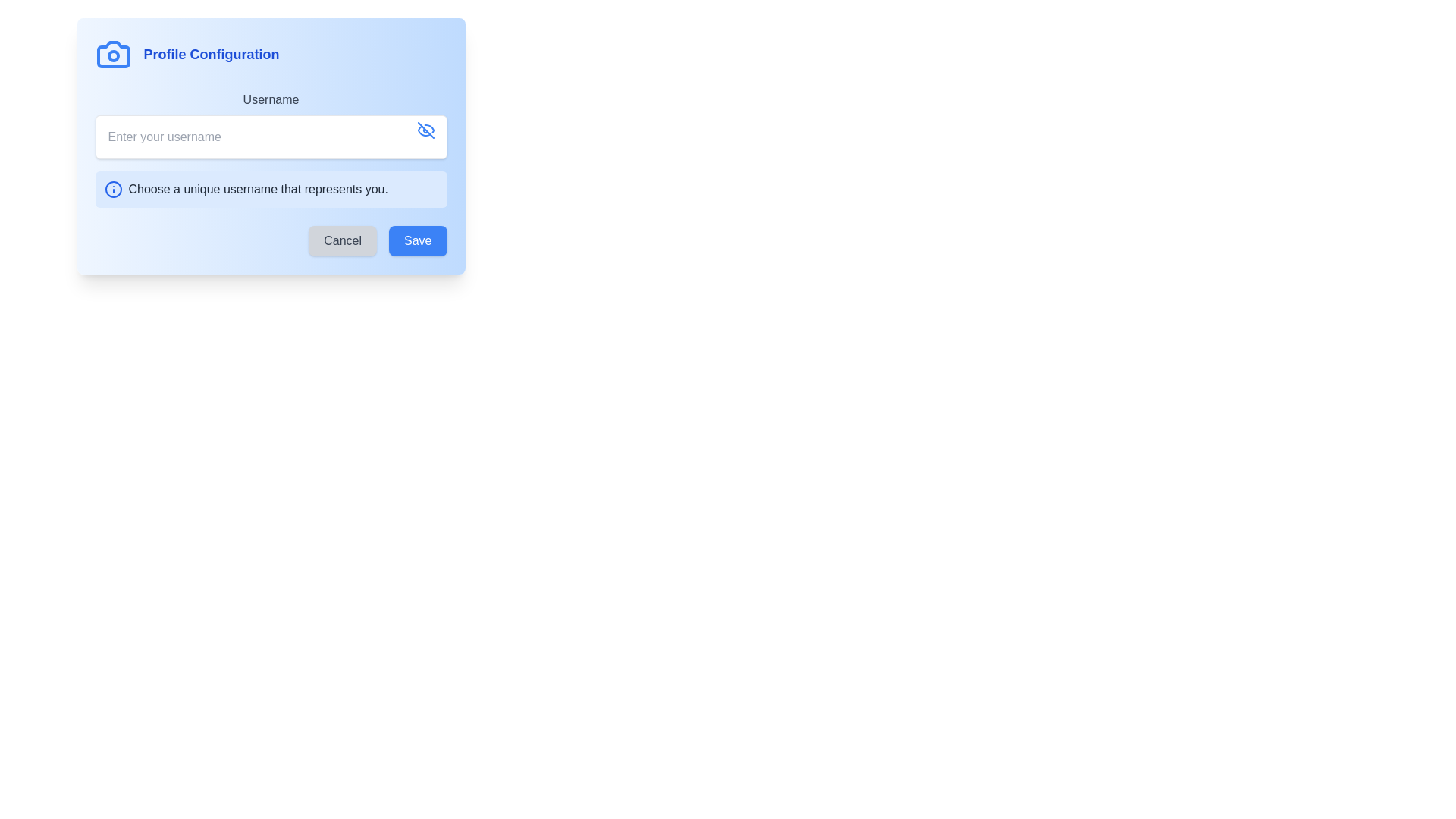 This screenshot has width=1456, height=819. What do you see at coordinates (112, 189) in the screenshot?
I see `the informational or warning icon located at the beginning of the notification message 'Choose a unique username that represents you.'` at bounding box center [112, 189].